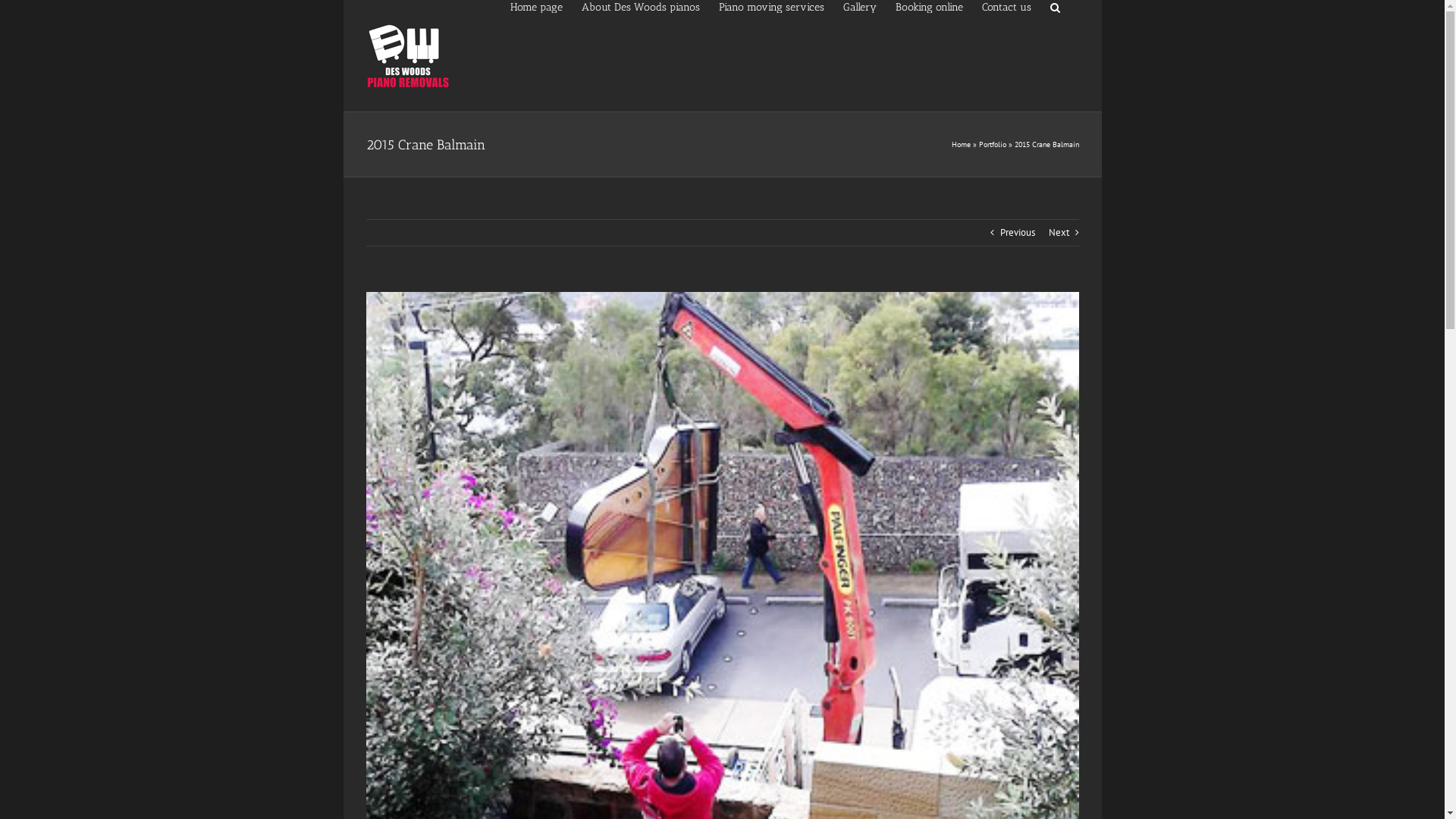  I want to click on 'Booking online', so click(927, 6).